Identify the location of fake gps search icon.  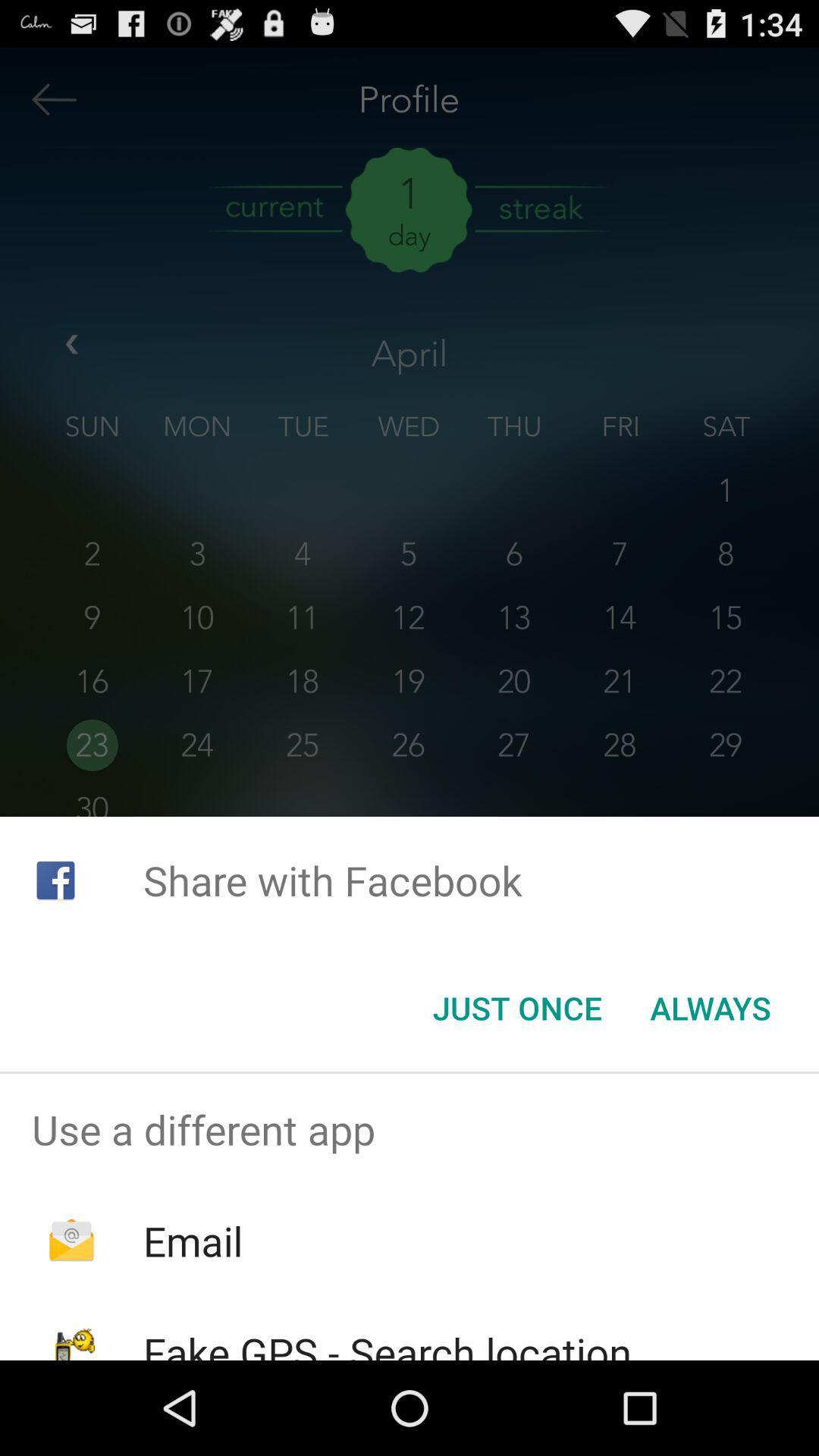
(387, 1342).